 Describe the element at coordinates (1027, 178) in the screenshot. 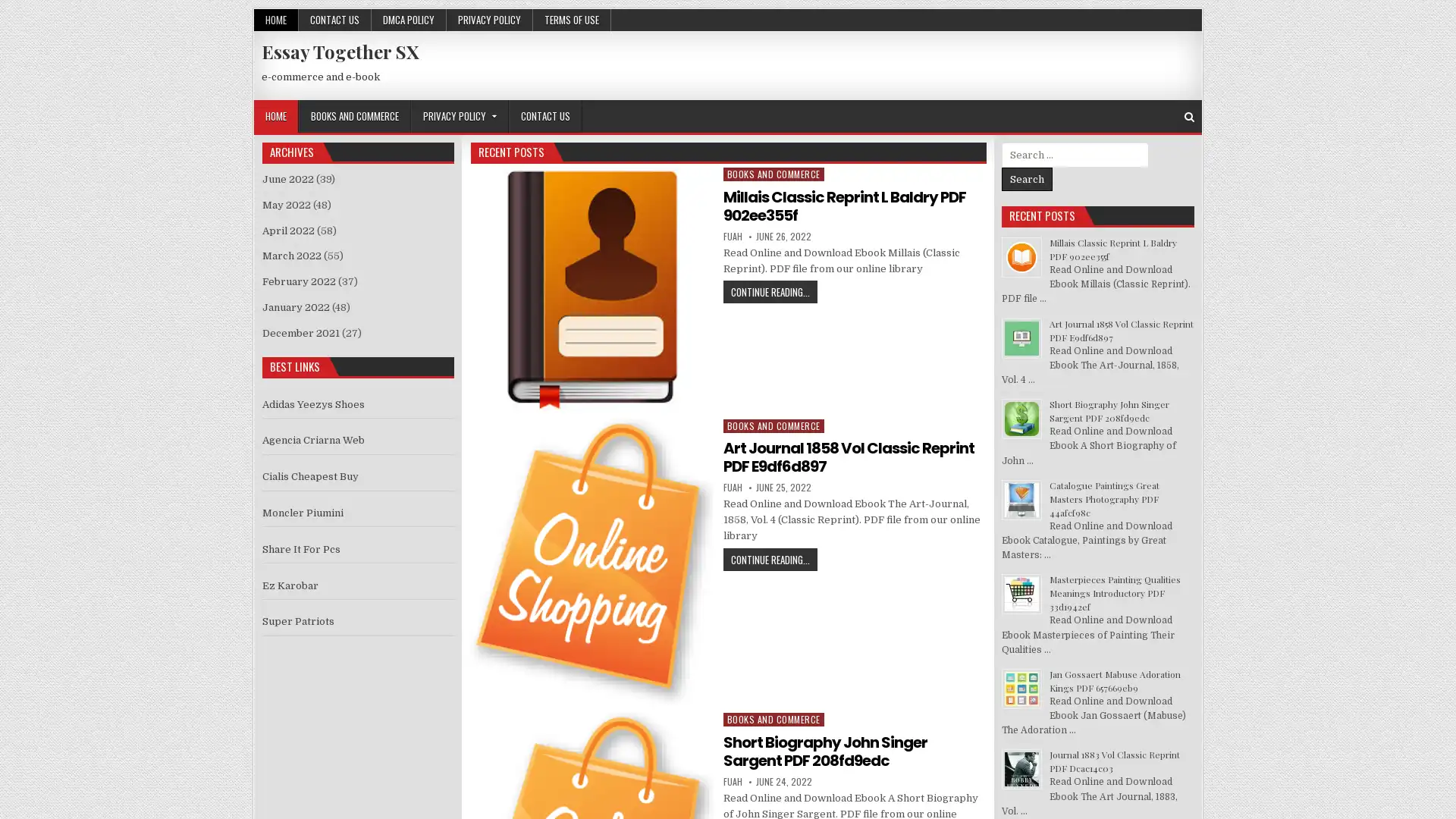

I see `Search` at that location.